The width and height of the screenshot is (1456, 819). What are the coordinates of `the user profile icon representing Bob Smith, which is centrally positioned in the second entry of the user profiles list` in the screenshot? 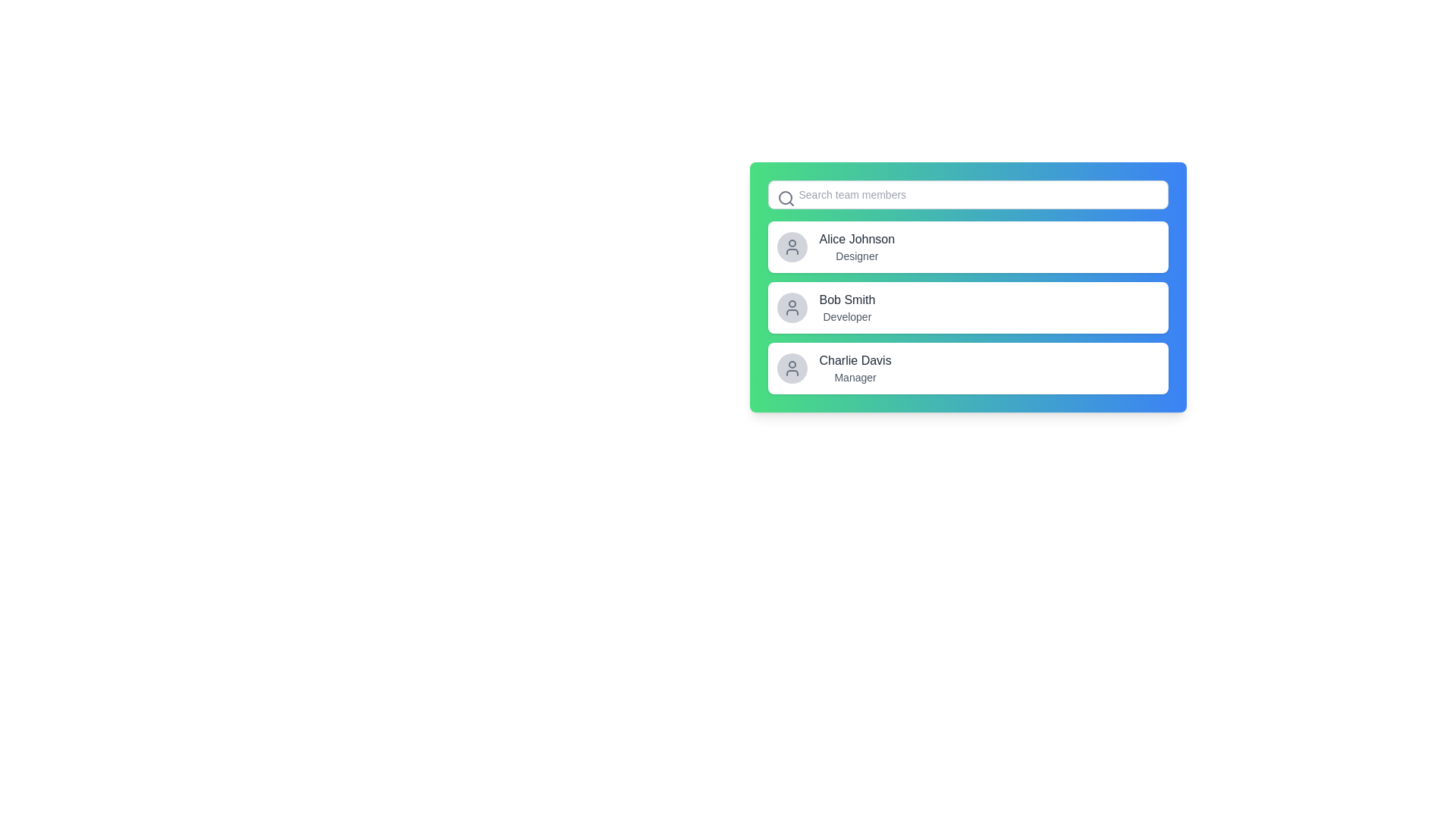 It's located at (791, 307).